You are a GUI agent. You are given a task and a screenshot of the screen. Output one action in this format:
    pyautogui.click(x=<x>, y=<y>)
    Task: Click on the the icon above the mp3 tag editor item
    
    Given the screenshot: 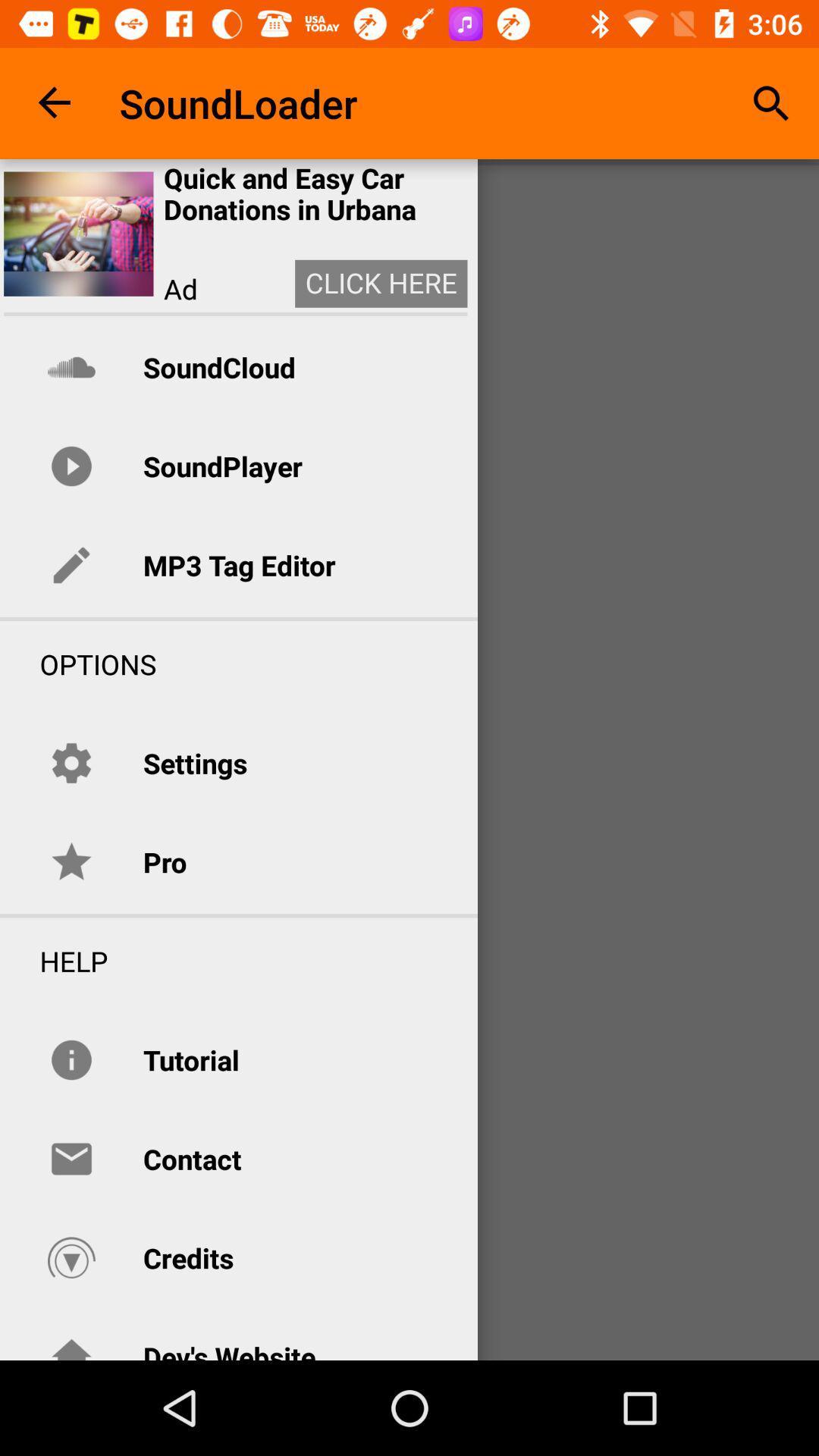 What is the action you would take?
    pyautogui.click(x=222, y=465)
    